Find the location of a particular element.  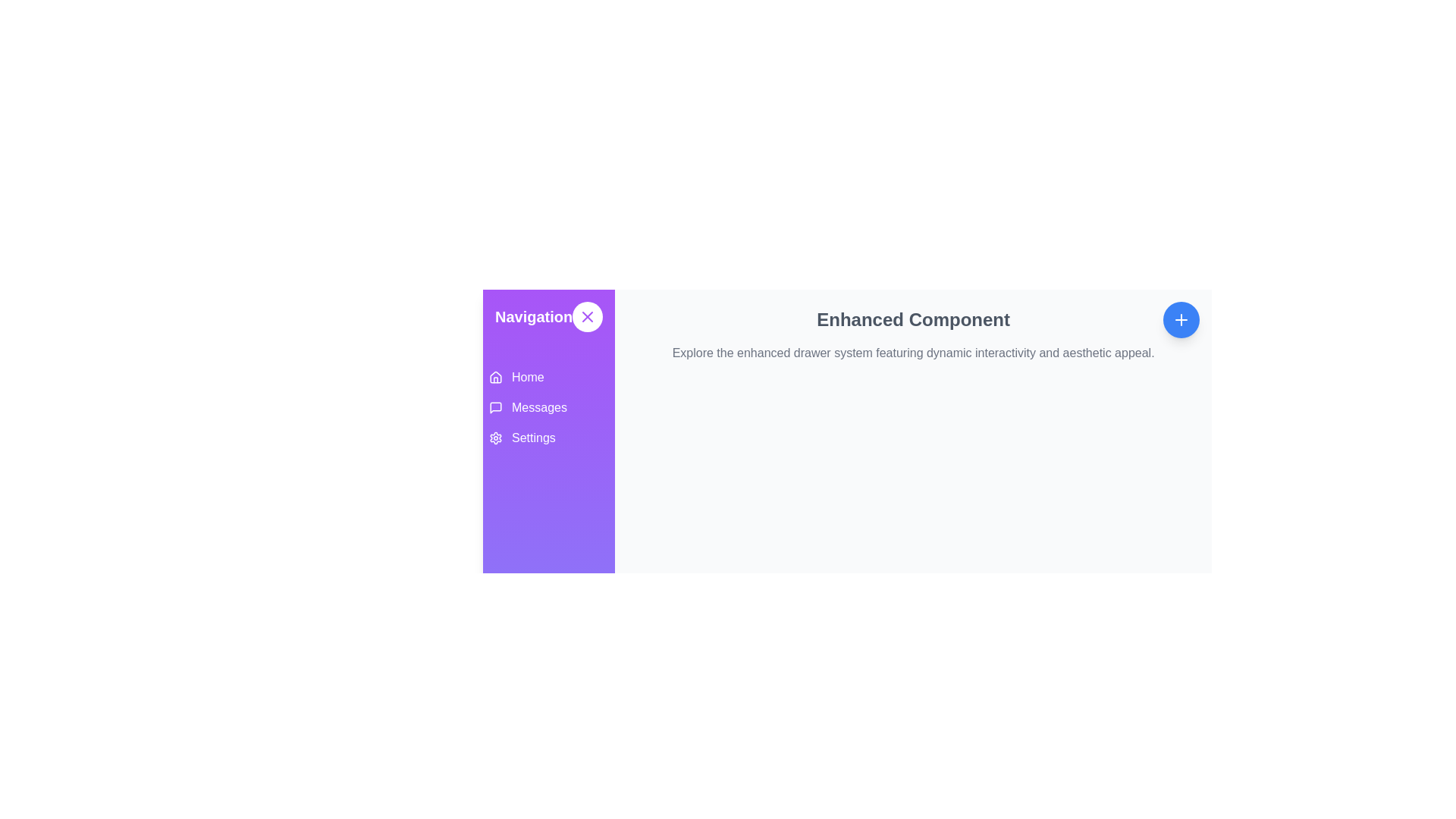

the gray text label reading 'Explore the enhanced drawer system featuring dynamic interactivity and aesthetic appeal.' which is positioned directly below the header 'Enhanced Component' is located at coordinates (912, 353).